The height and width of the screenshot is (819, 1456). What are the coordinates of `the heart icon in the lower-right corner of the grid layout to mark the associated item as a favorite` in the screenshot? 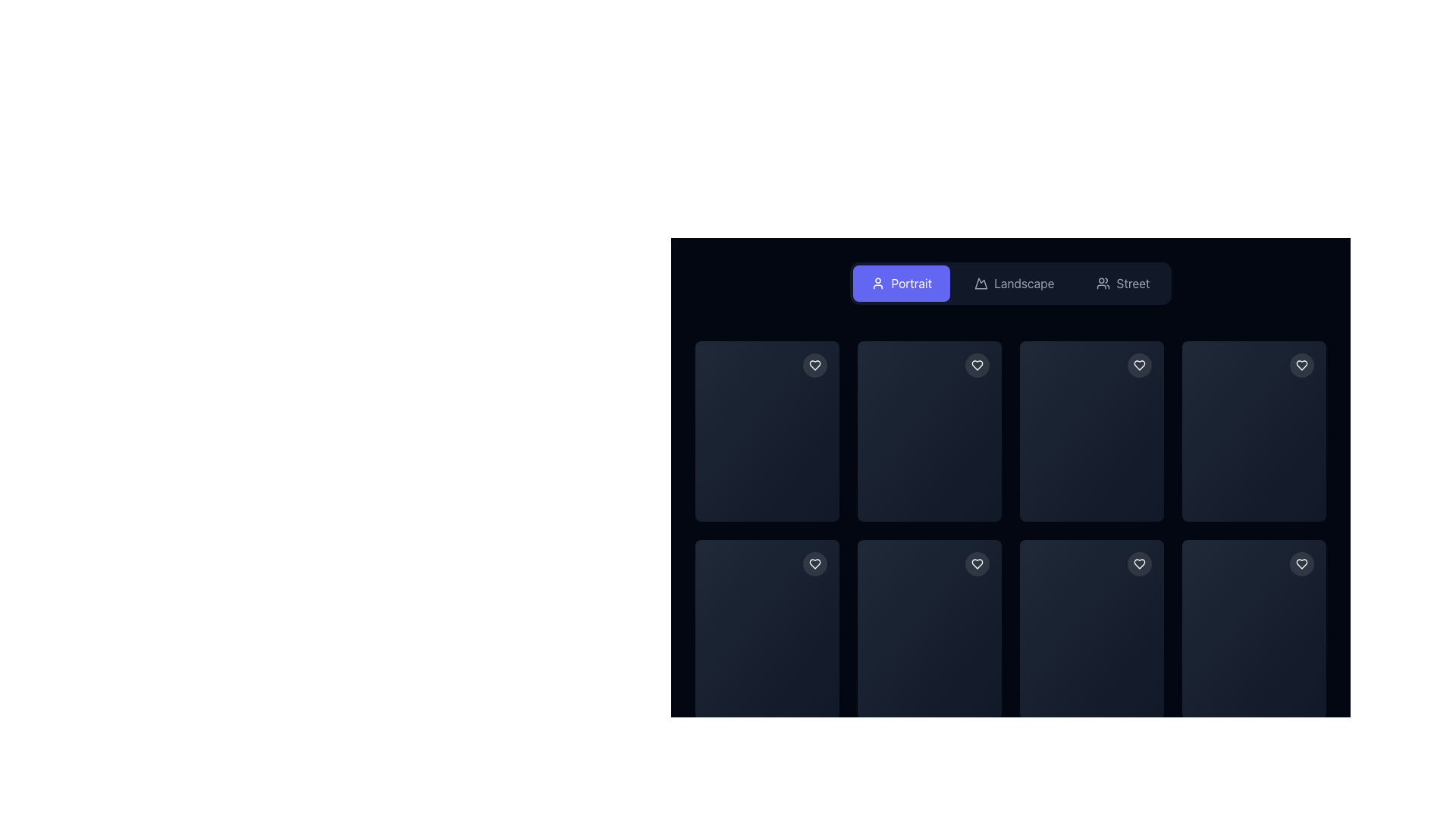 It's located at (1301, 563).